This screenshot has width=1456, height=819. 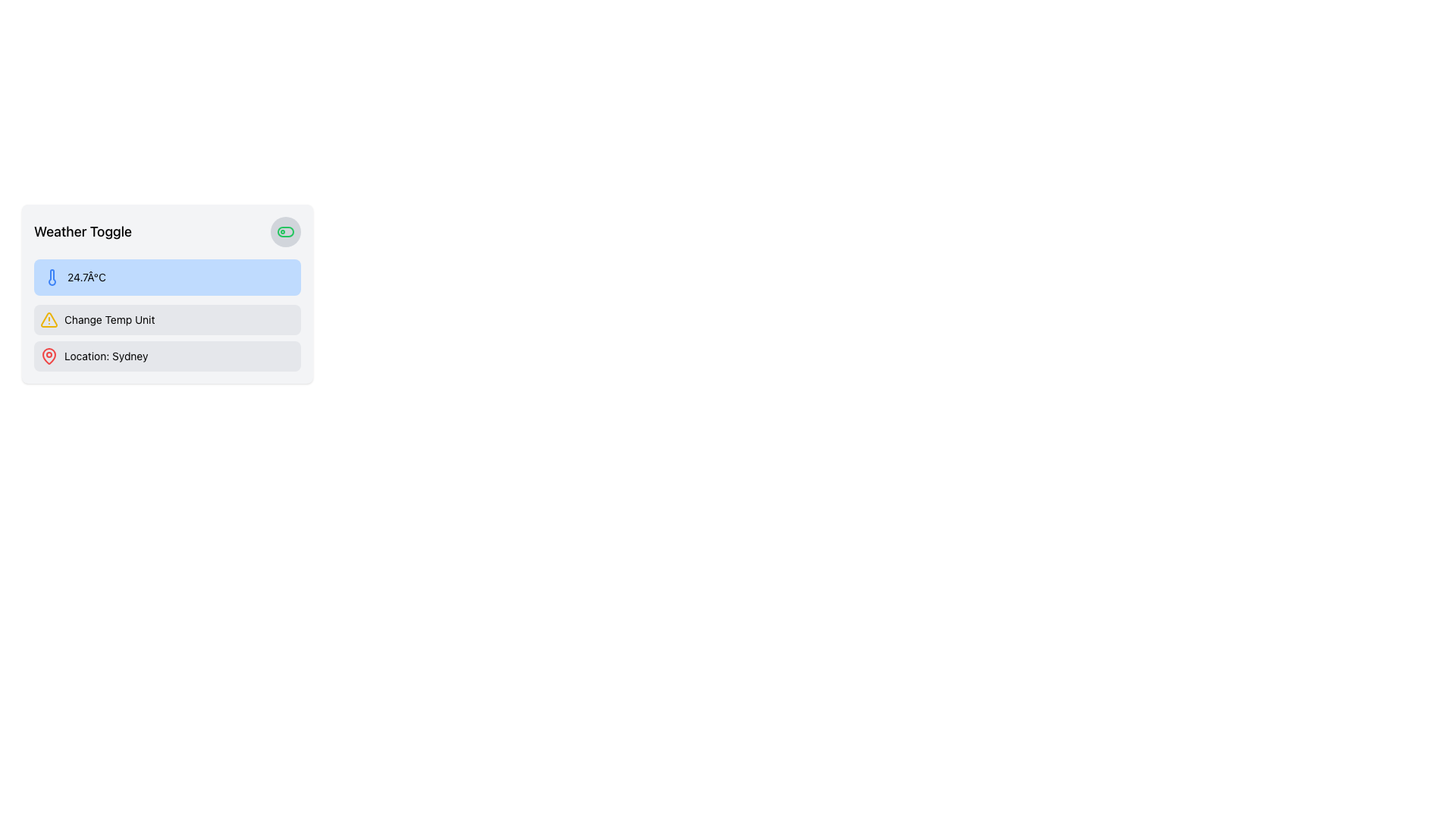 What do you see at coordinates (286, 231) in the screenshot?
I see `the toggle switch, which is a circular, minimalist styled element with a light gray background and a bright green toggle indicating an 'off' position` at bounding box center [286, 231].